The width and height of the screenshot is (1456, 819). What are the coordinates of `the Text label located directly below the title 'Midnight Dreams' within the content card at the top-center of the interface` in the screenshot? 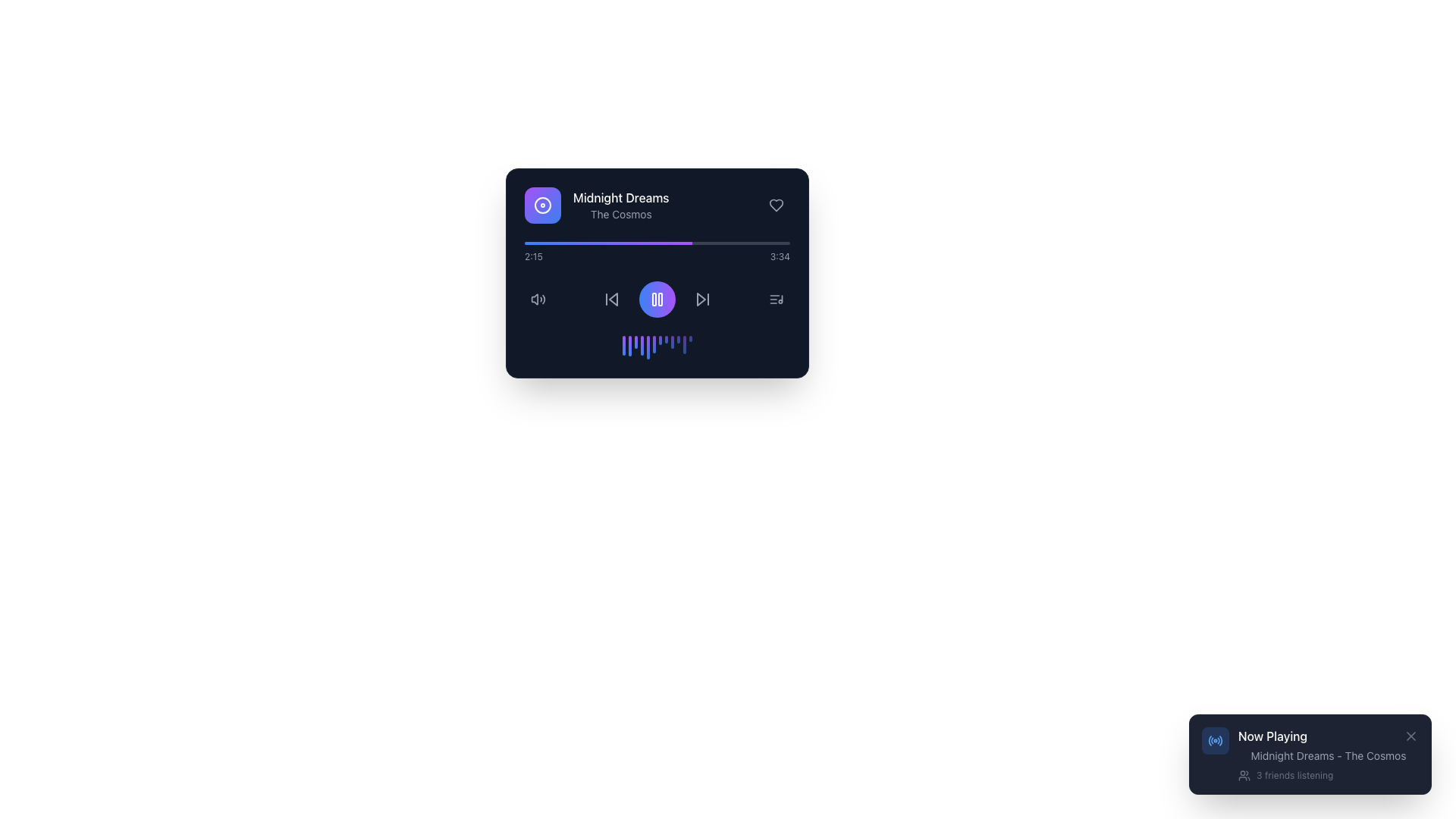 It's located at (621, 214).